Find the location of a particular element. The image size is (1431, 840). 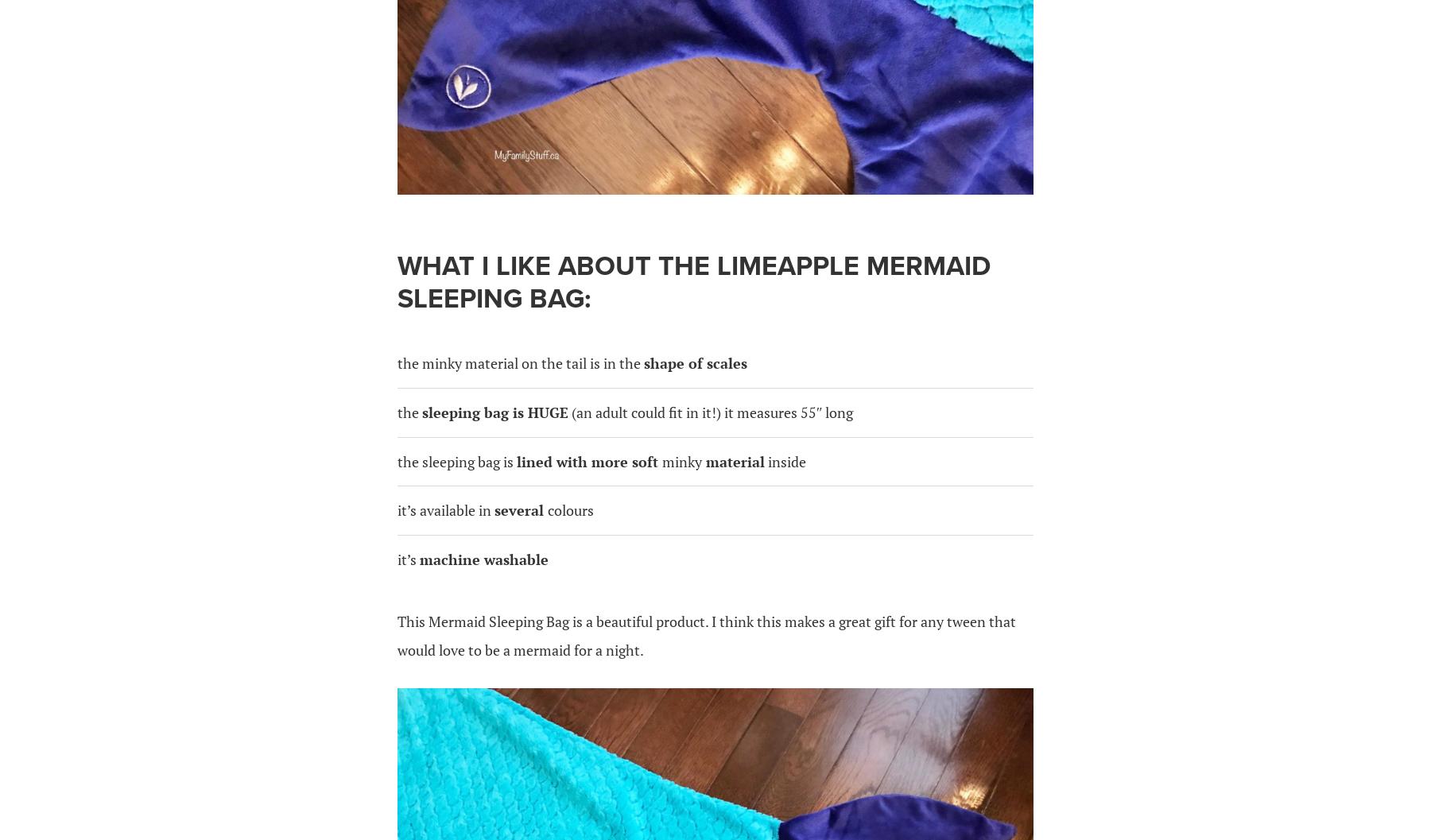

'machine washable' is located at coordinates (418, 558).